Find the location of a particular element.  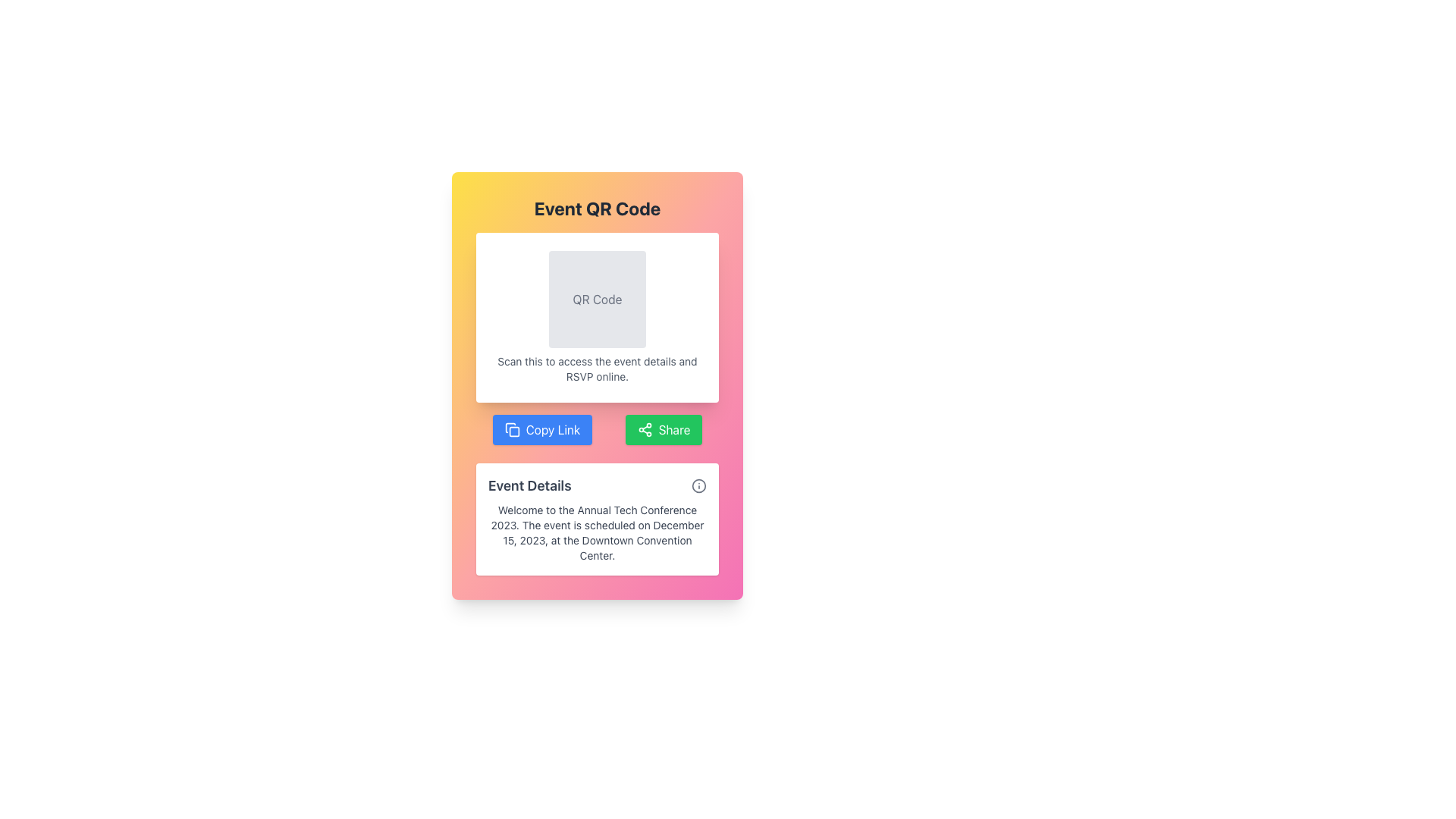

the 'Copy' action icon within the blue button that represents the functionality to copy a link to the clipboard is located at coordinates (514, 431).